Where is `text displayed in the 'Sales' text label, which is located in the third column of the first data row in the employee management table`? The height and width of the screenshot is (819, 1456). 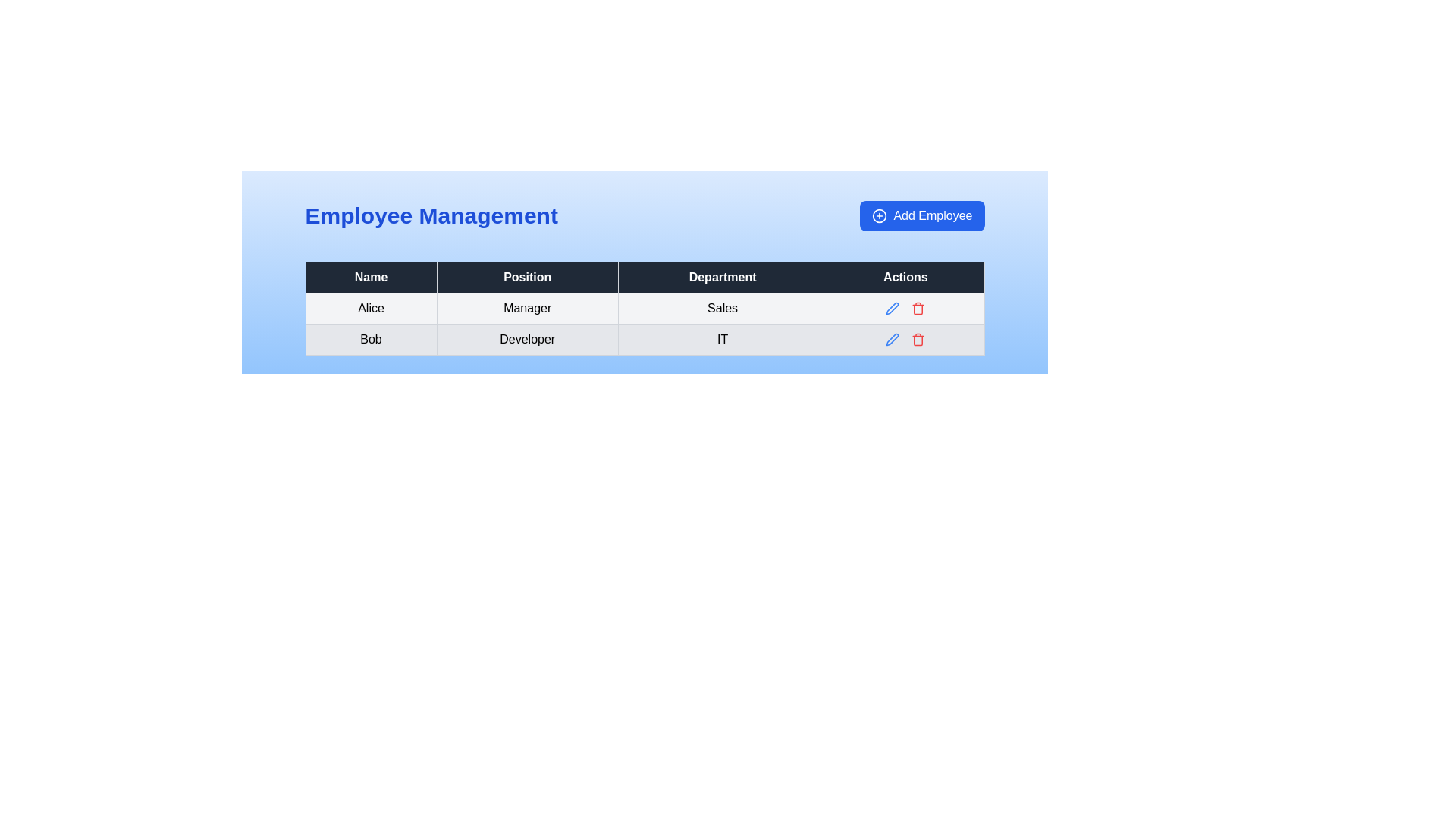
text displayed in the 'Sales' text label, which is located in the third column of the first data row in the employee management table is located at coordinates (722, 308).